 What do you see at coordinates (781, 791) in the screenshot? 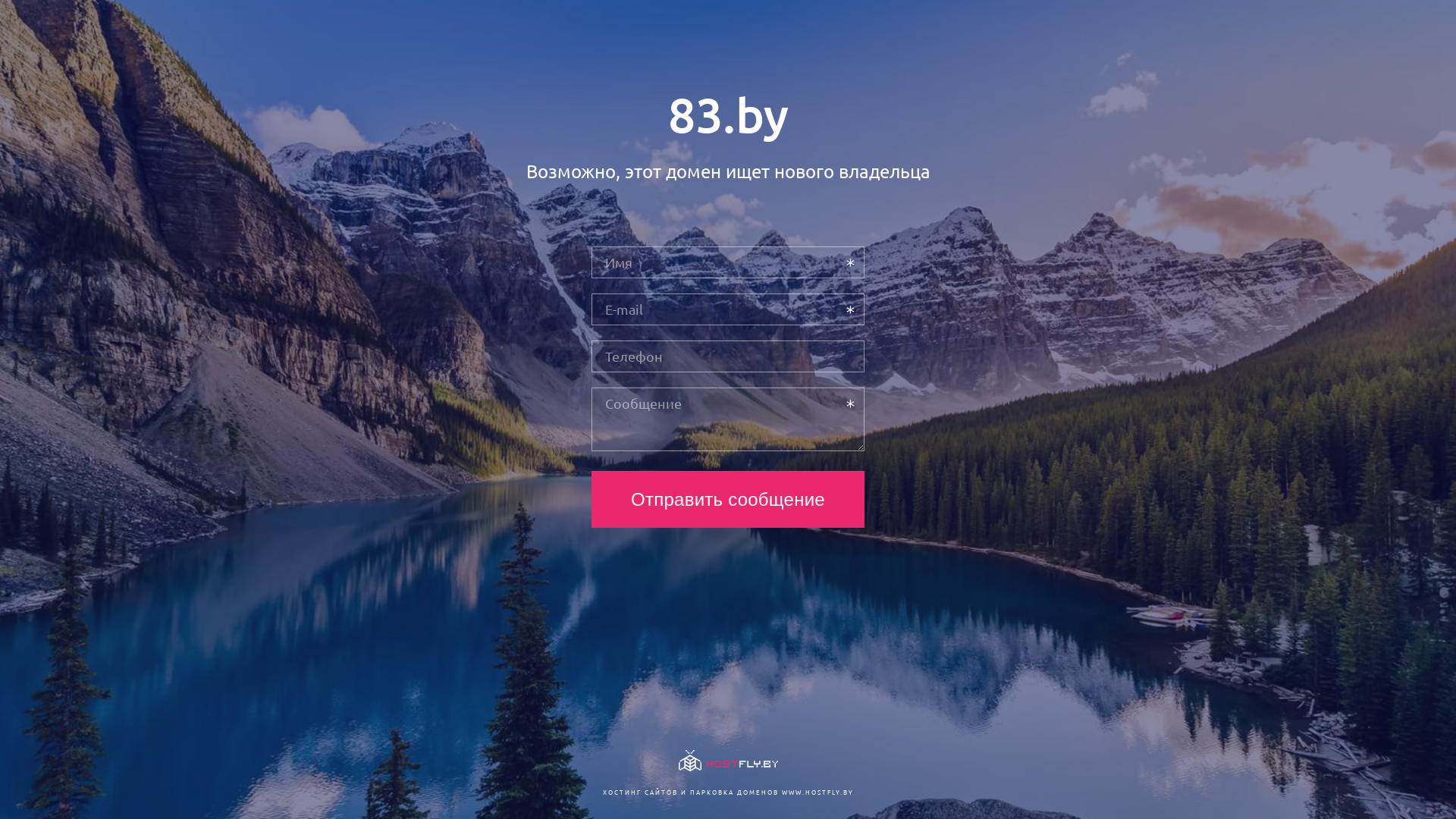
I see `'WWW.HOSTFLY.BY'` at bounding box center [781, 791].